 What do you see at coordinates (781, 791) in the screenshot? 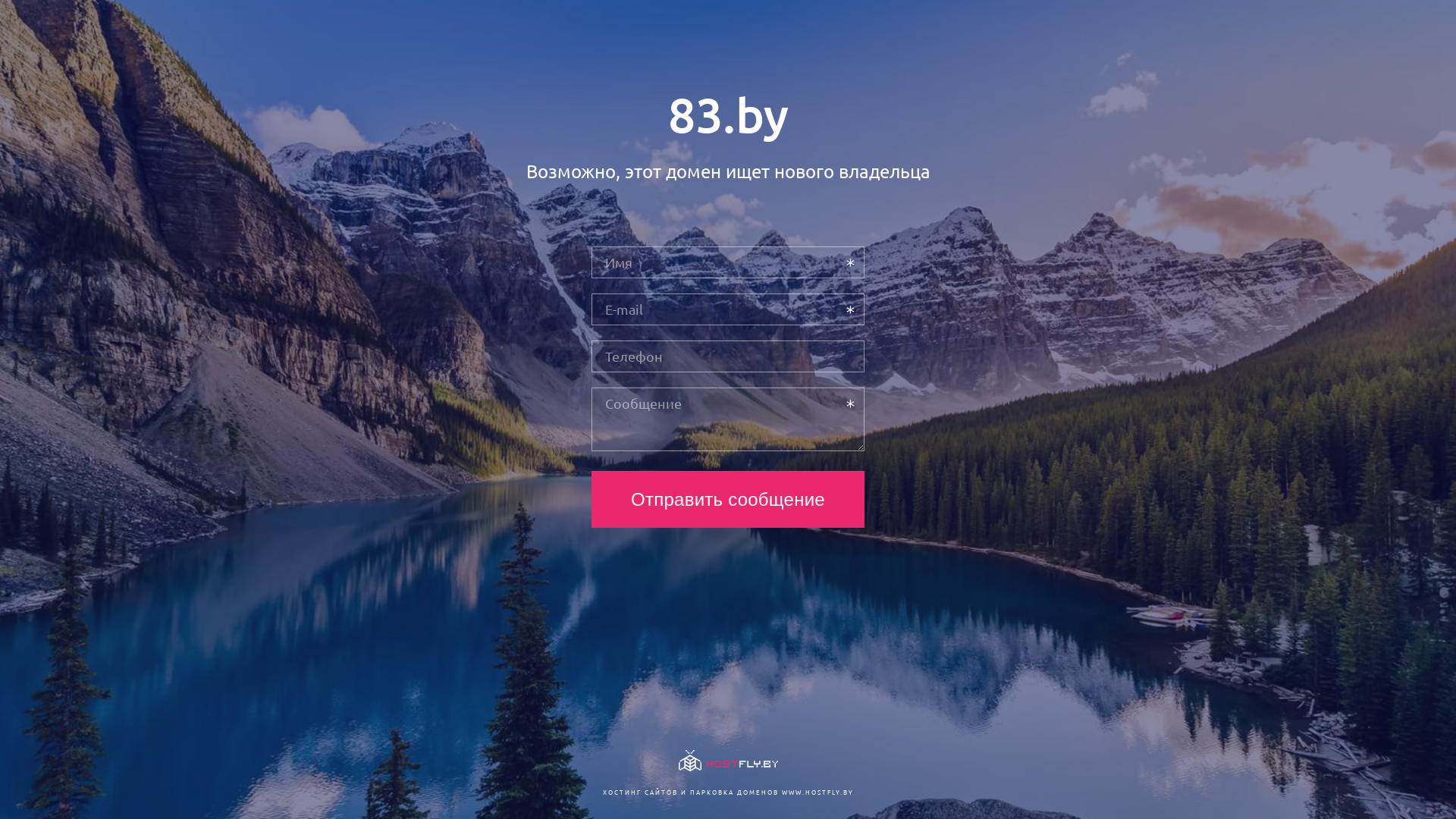
I see `'WWW.HOSTFLY.BY'` at bounding box center [781, 791].